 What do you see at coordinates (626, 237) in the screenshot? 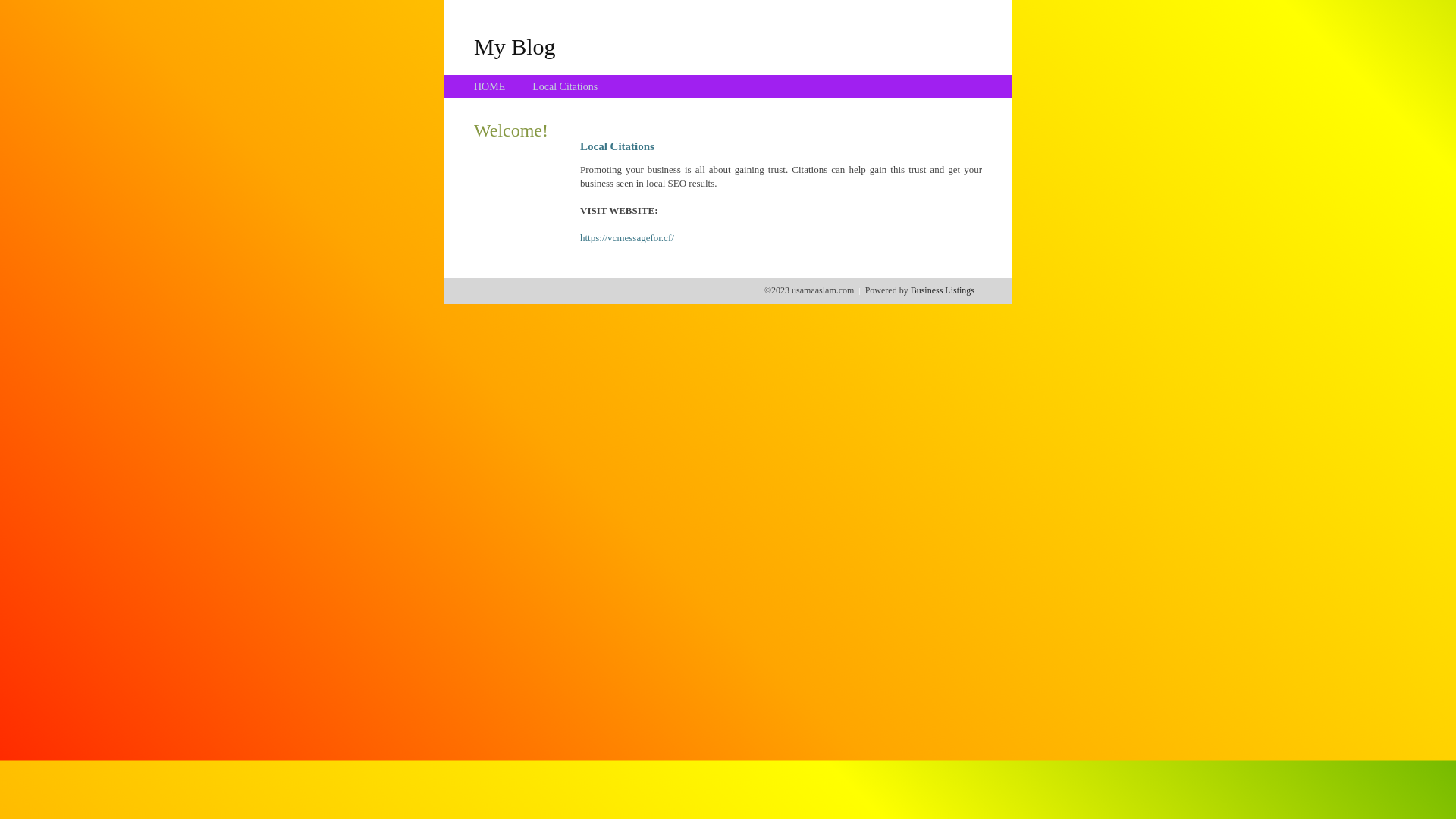
I see `'https://vcmessagefor.cf/'` at bounding box center [626, 237].